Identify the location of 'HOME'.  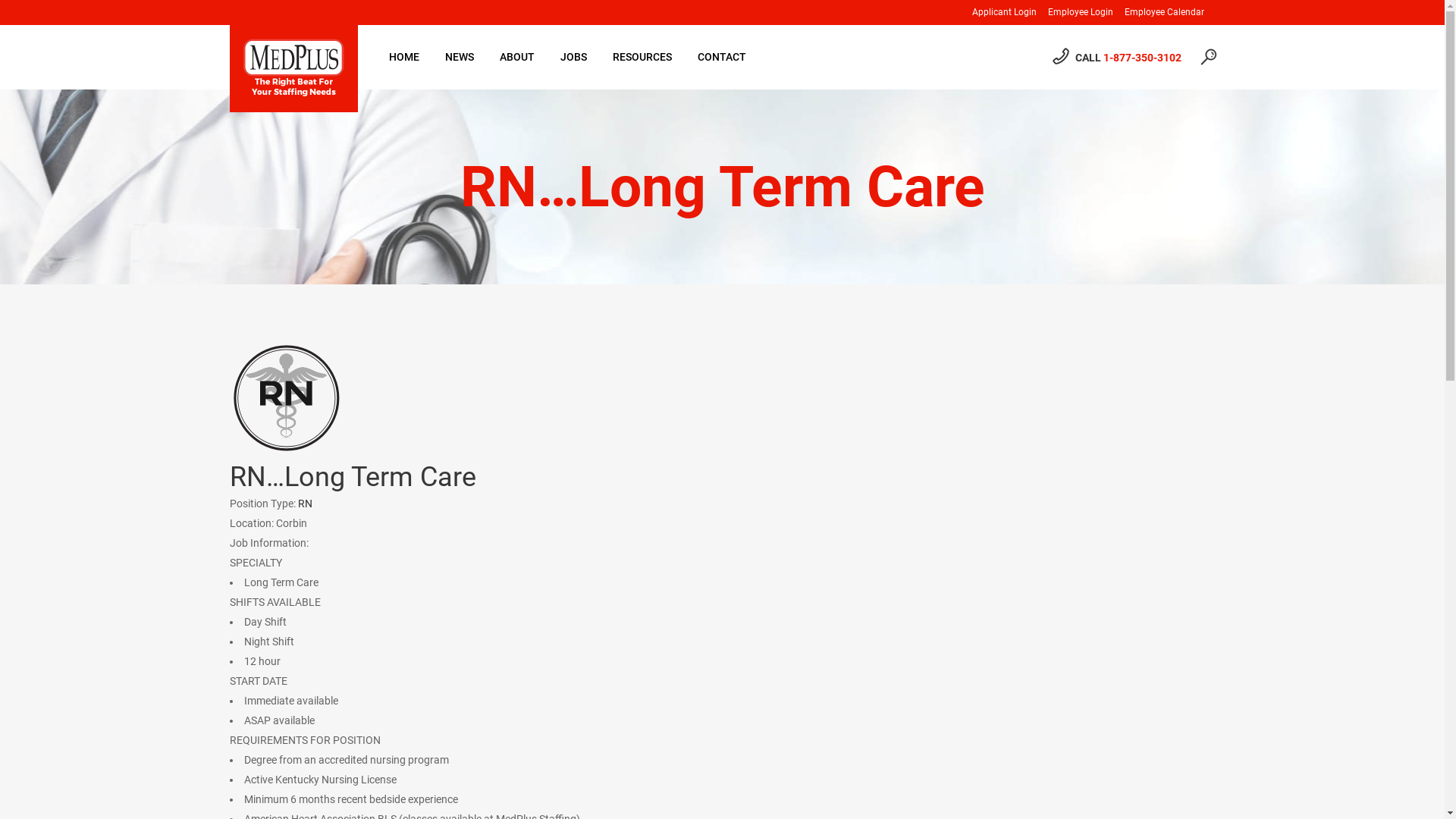
(403, 56).